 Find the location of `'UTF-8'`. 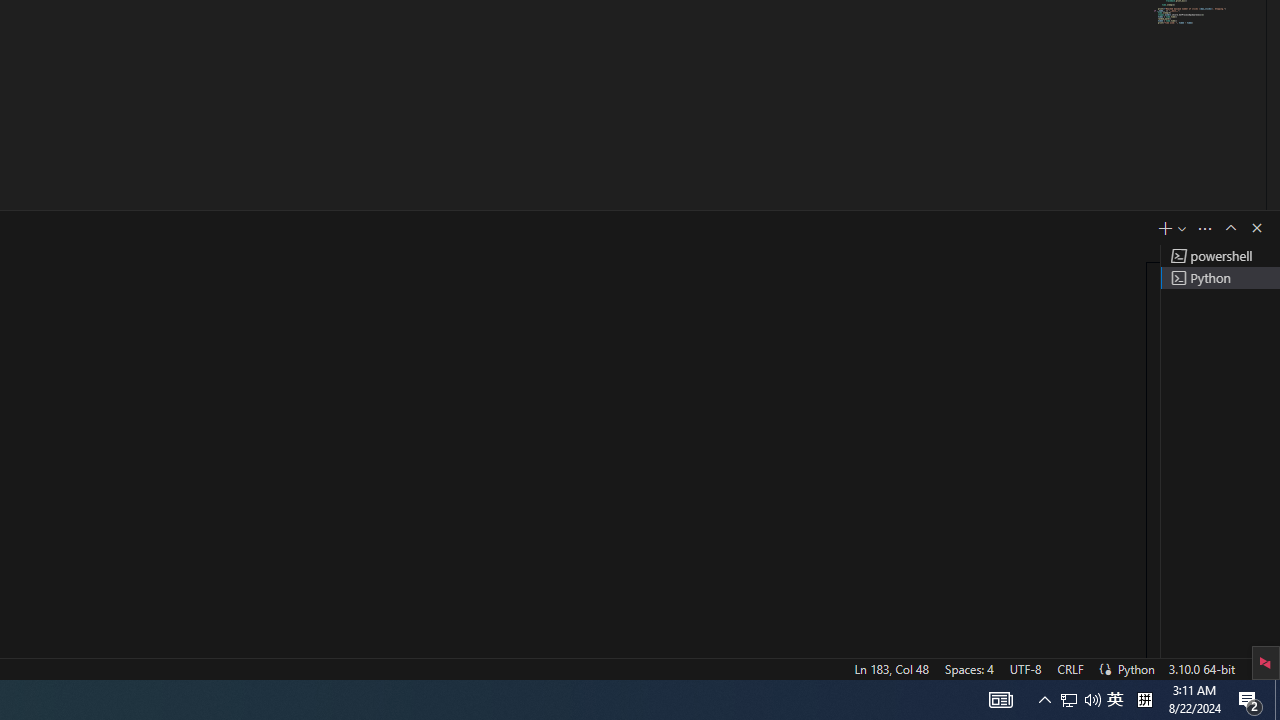

'UTF-8' is located at coordinates (1025, 668).